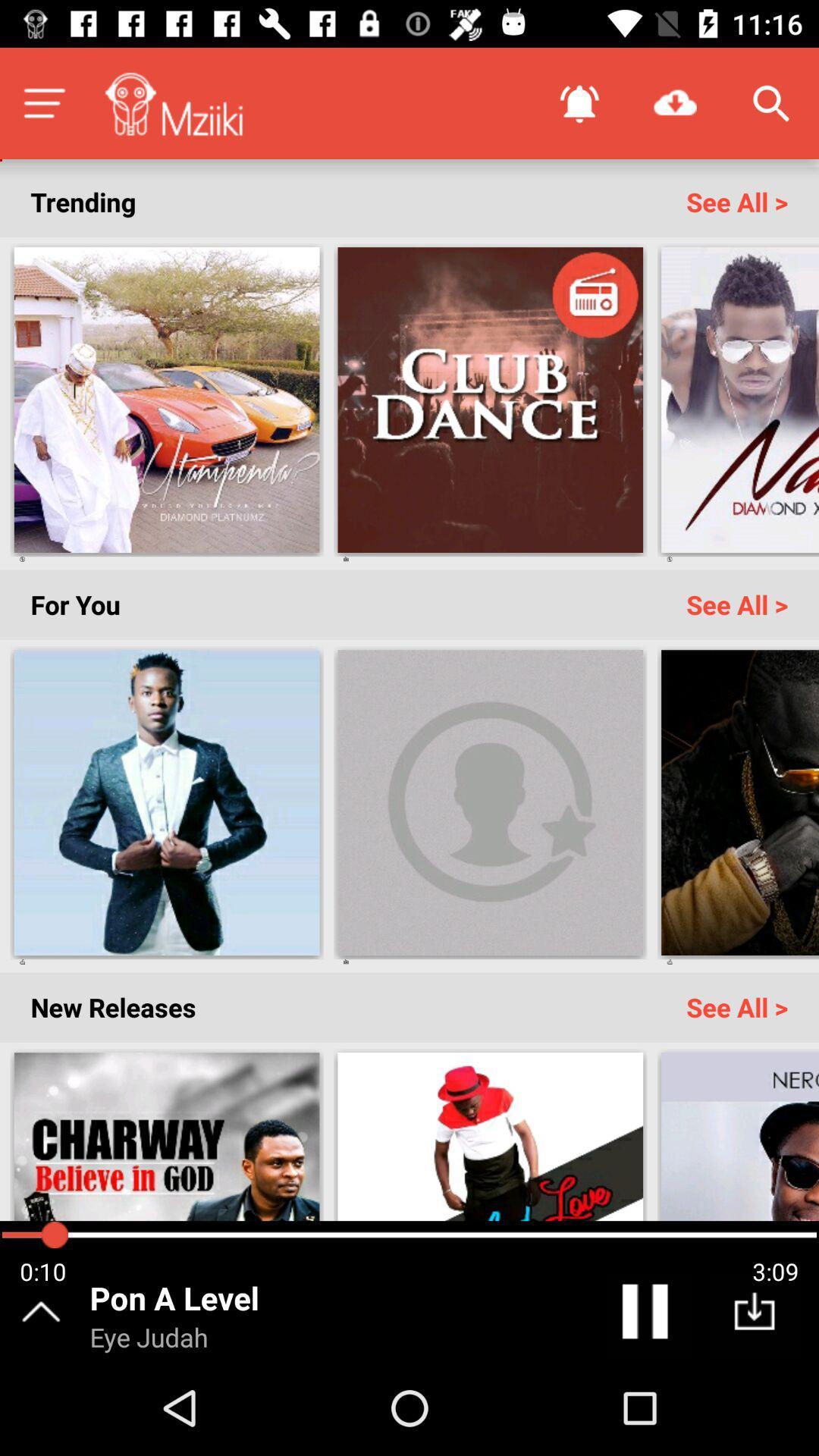  What do you see at coordinates (648, 1314) in the screenshot?
I see `pause music` at bounding box center [648, 1314].